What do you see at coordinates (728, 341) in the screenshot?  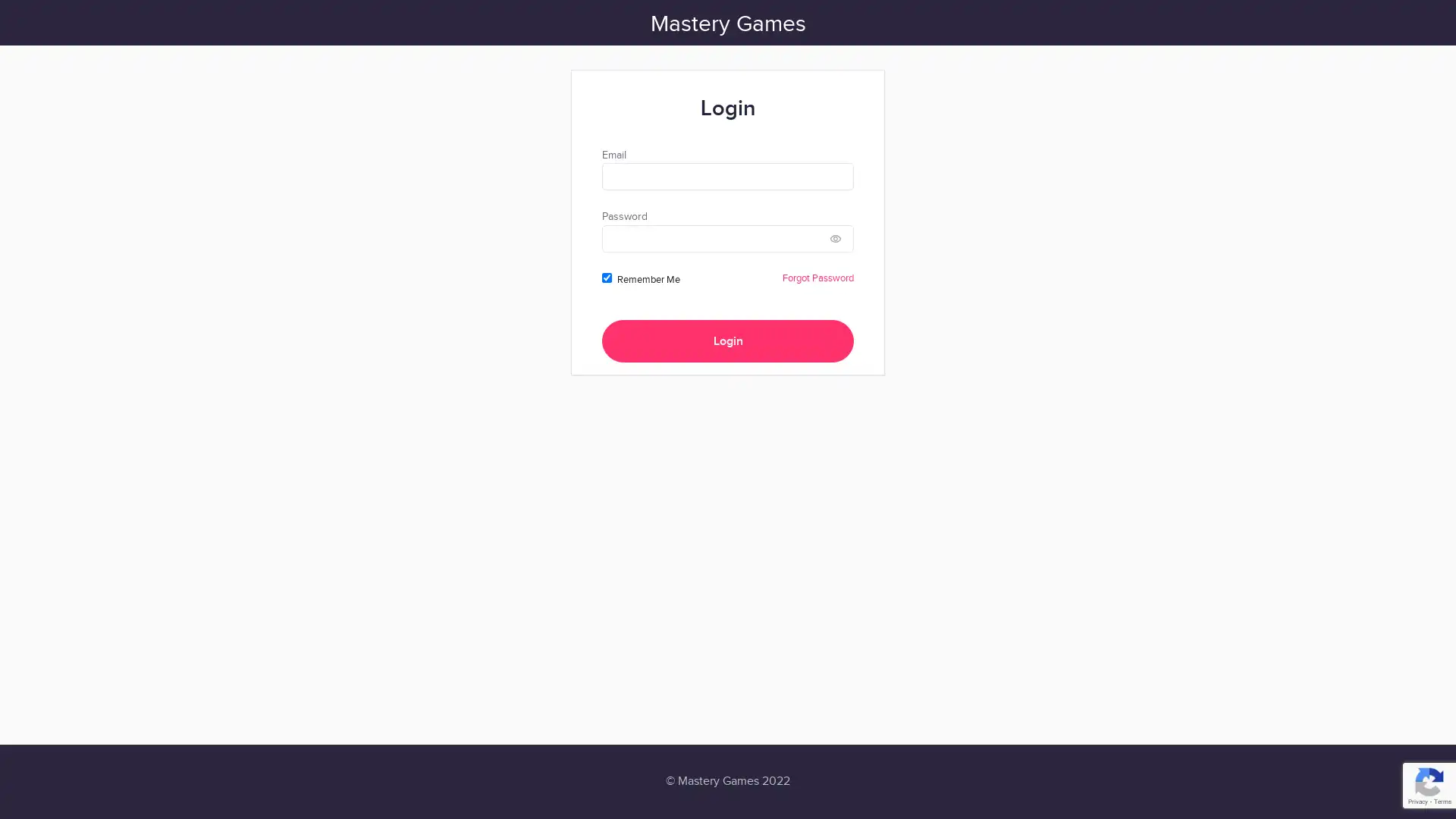 I see `Login` at bounding box center [728, 341].